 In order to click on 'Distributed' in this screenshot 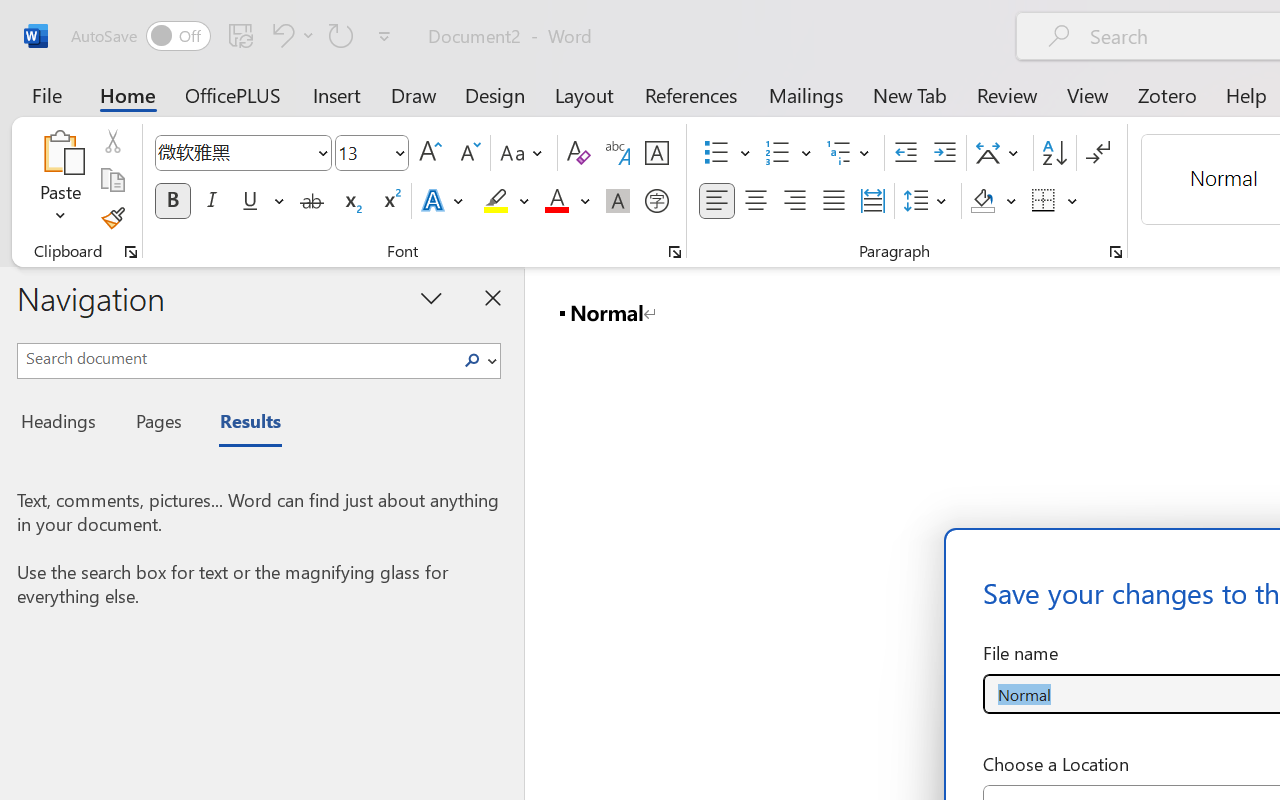, I will do `click(872, 201)`.